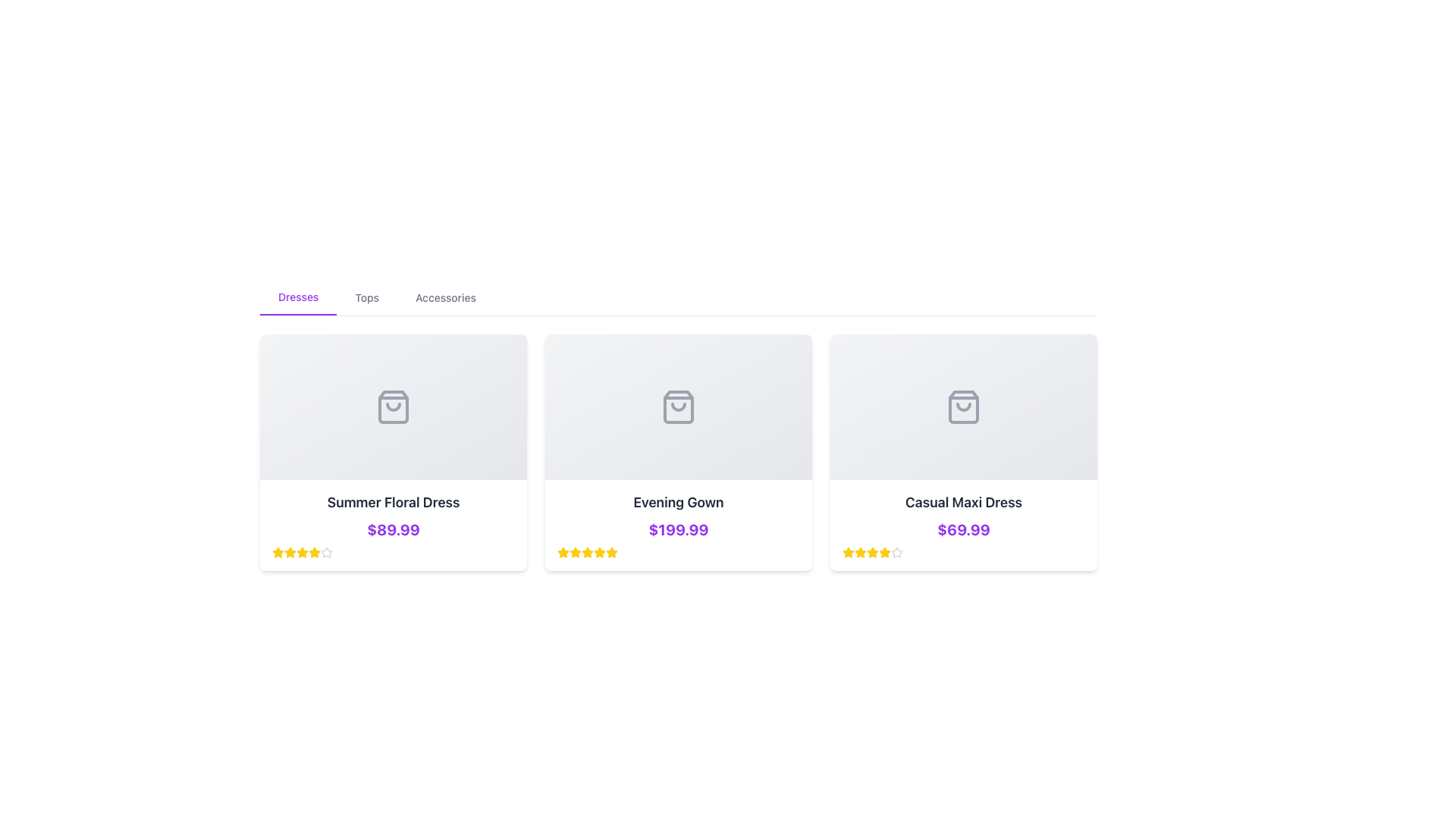  What do you see at coordinates (860, 552) in the screenshot?
I see `the second yellow star icon in the rating system located under the '$69.99' text for the 'Casual Maxi Dress'` at bounding box center [860, 552].